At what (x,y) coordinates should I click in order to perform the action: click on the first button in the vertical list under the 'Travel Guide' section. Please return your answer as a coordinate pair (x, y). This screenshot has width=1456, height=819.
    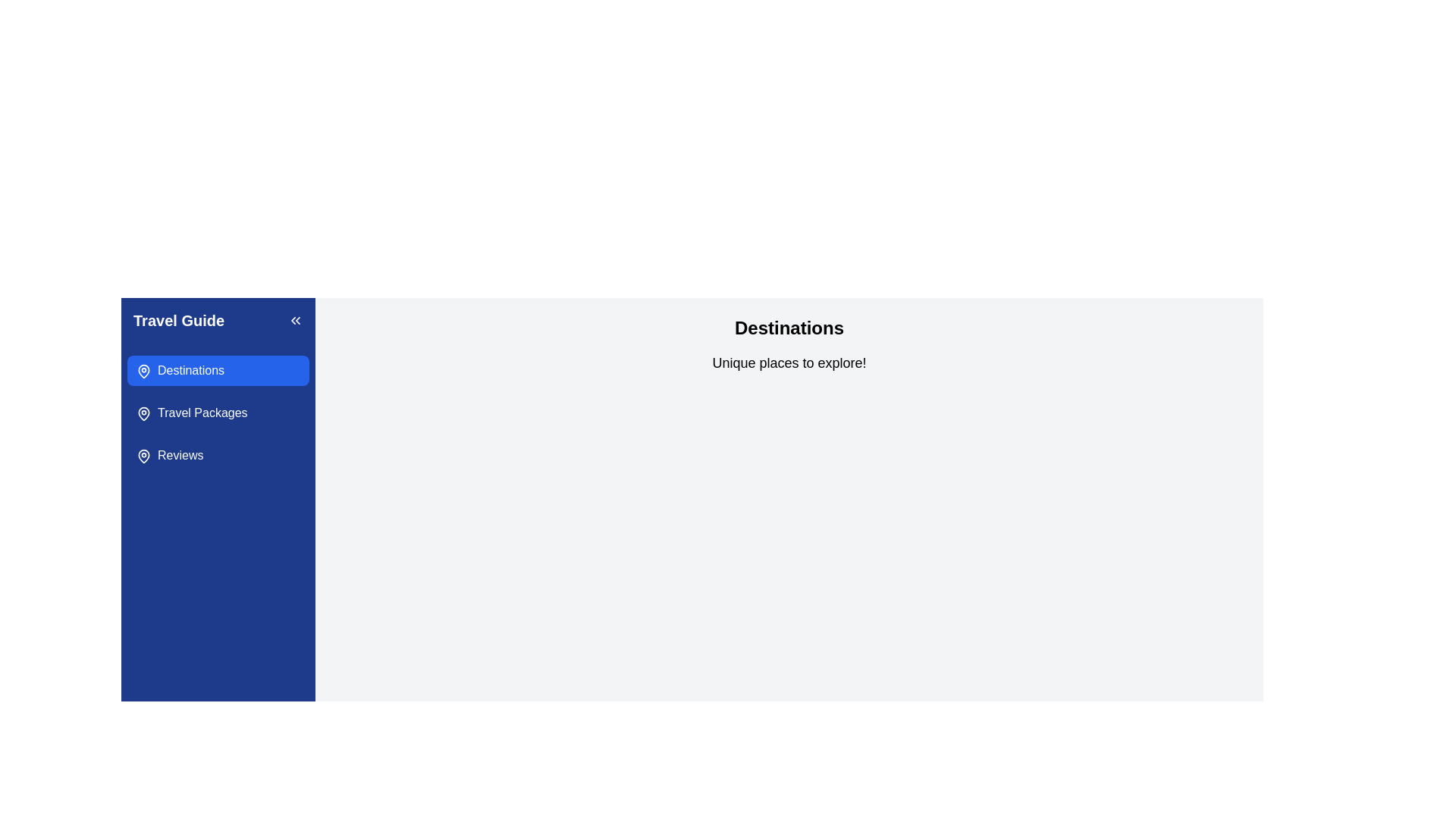
    Looking at the image, I should click on (218, 371).